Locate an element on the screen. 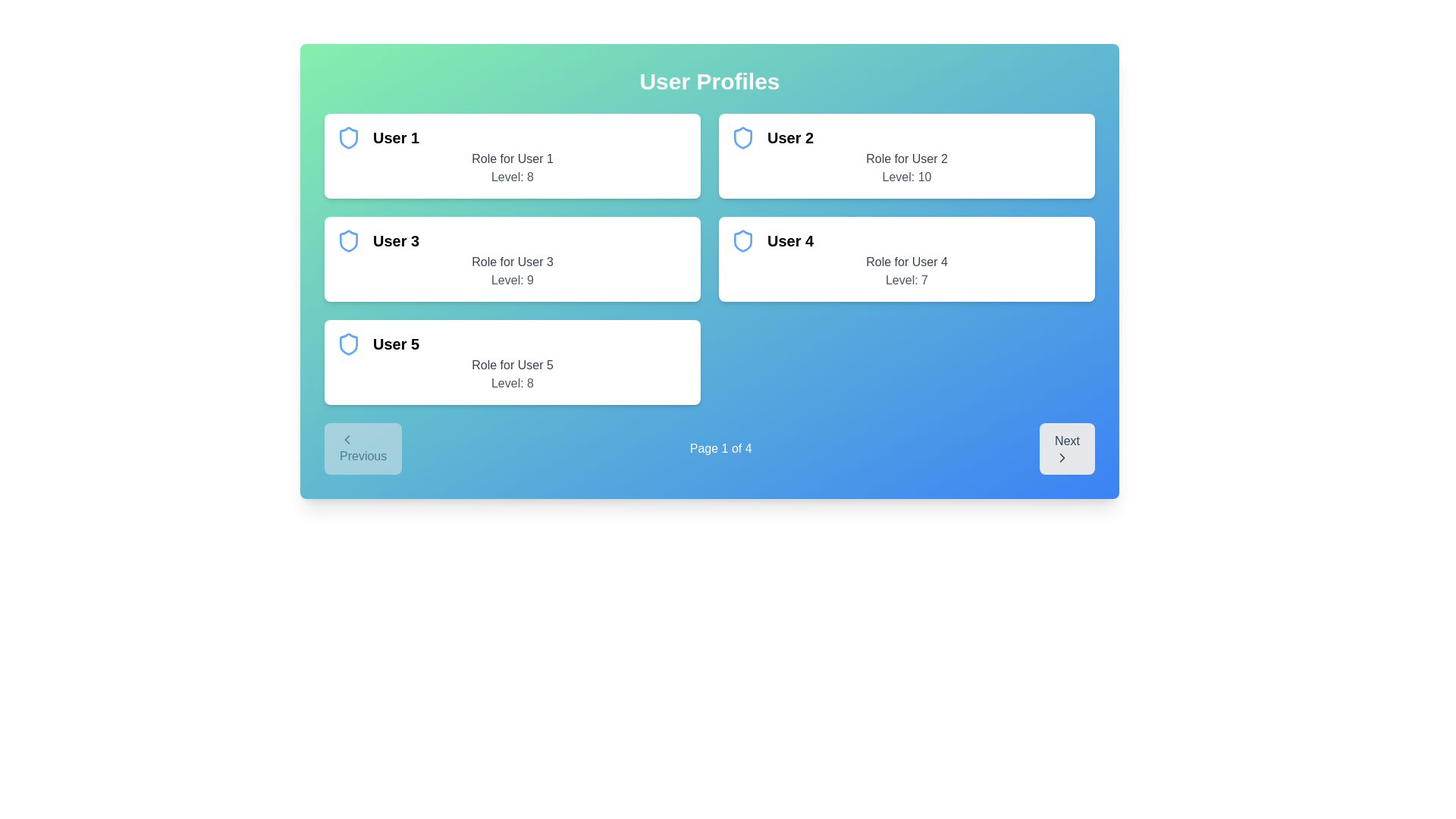 This screenshot has height=819, width=1456. the static text display containing the text 'Role for User 2', which is styled in gray and located within the white card for 'User 2', positioned below the username and above the level information is located at coordinates (906, 158).